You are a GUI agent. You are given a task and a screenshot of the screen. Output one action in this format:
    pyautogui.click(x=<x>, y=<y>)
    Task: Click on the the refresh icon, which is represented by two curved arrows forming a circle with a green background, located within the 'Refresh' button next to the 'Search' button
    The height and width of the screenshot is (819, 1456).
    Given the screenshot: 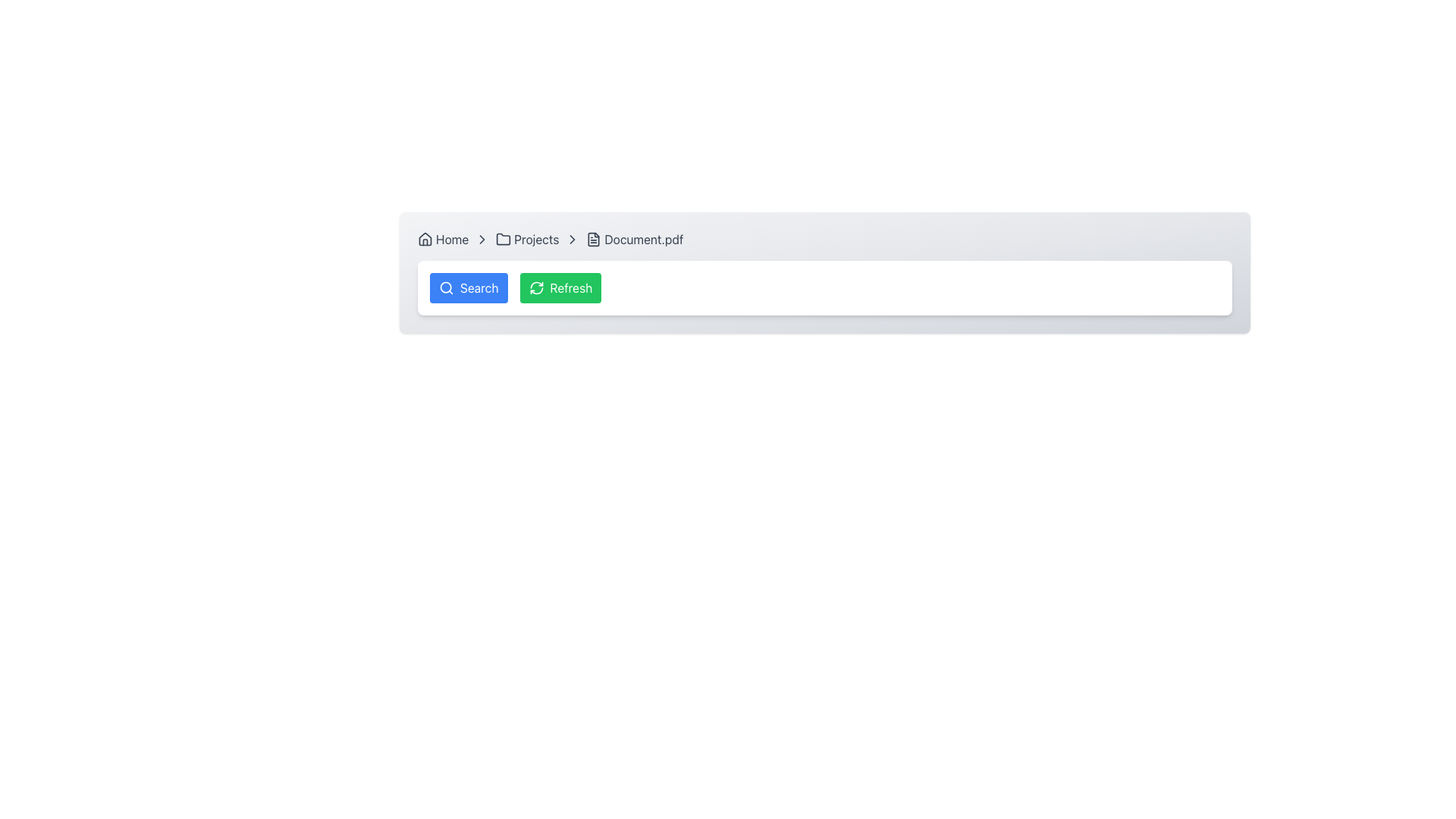 What is the action you would take?
    pyautogui.click(x=536, y=288)
    